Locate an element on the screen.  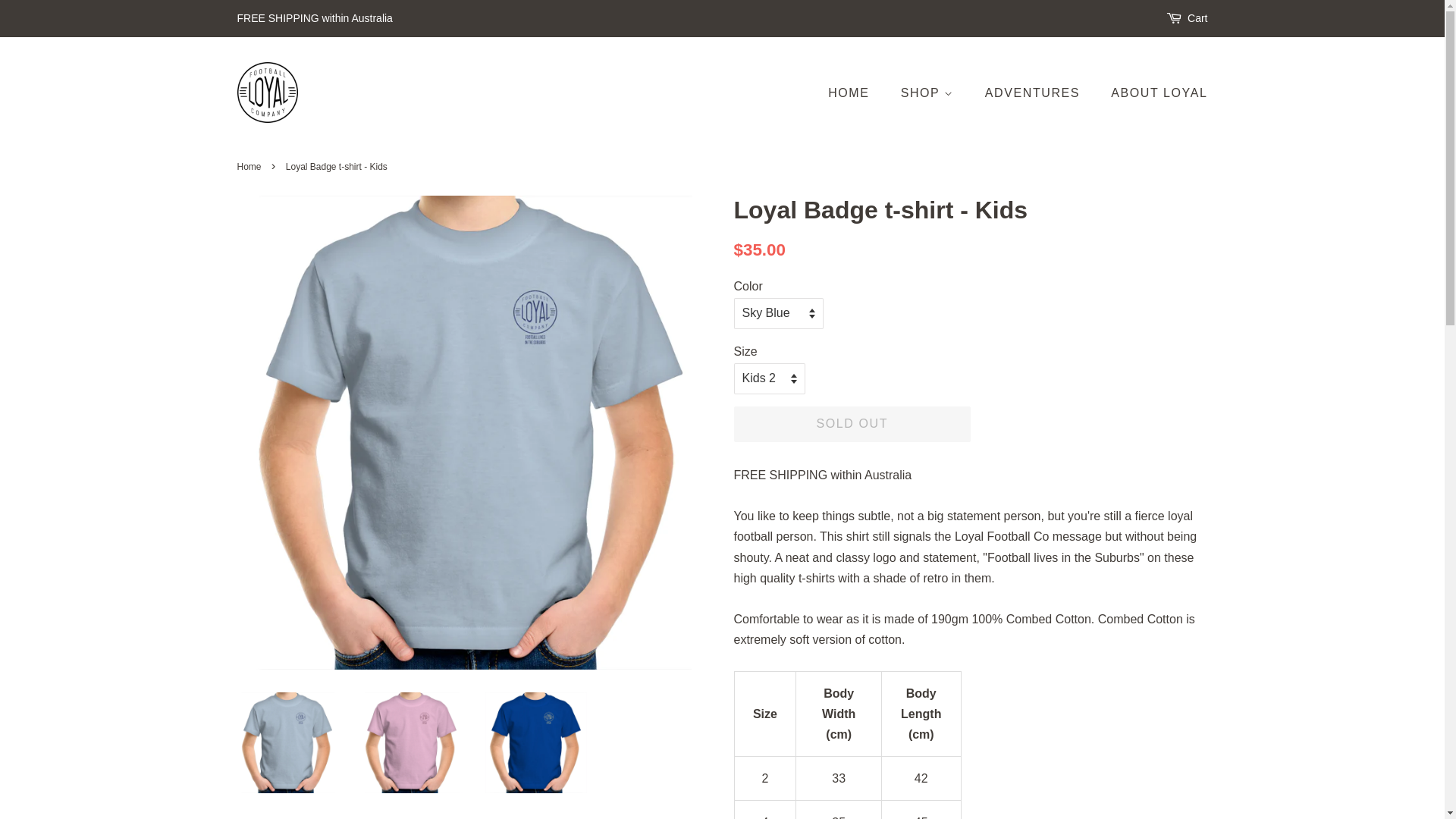
'SOLD OUT' is located at coordinates (852, 424).